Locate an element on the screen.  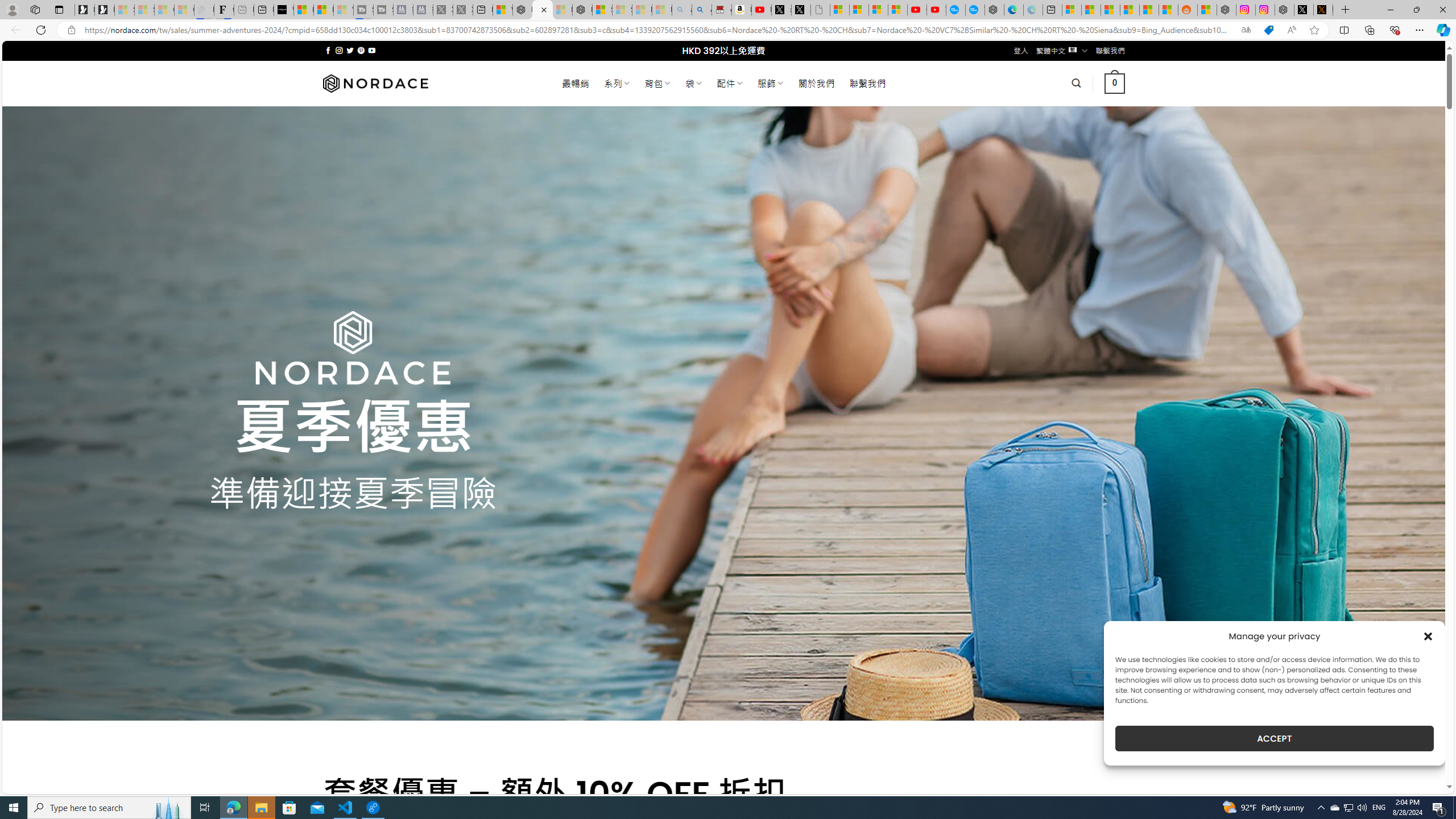
'Newsletter Sign Up' is located at coordinates (104, 9).